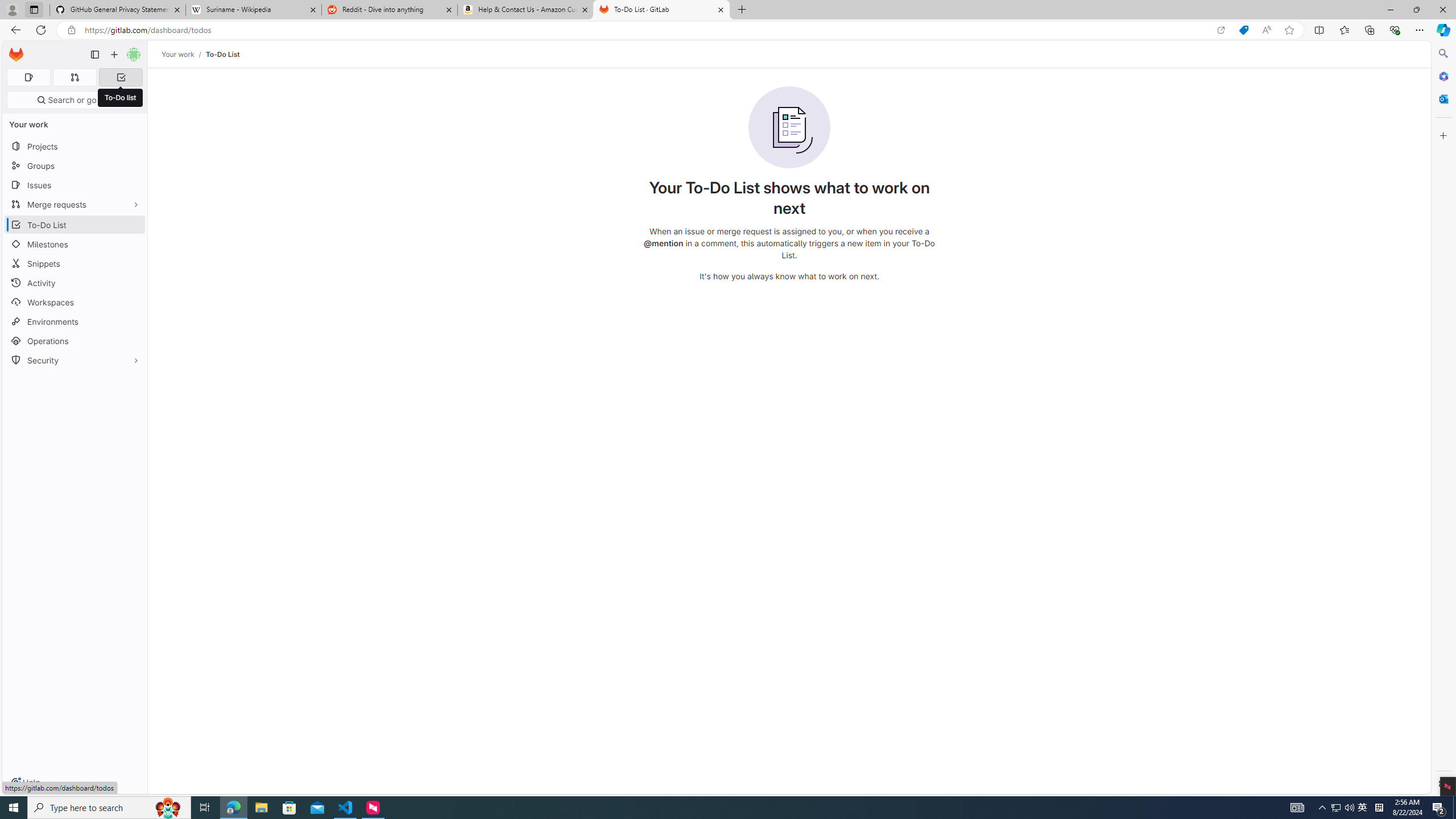  I want to click on 'Operations', so click(74, 340).